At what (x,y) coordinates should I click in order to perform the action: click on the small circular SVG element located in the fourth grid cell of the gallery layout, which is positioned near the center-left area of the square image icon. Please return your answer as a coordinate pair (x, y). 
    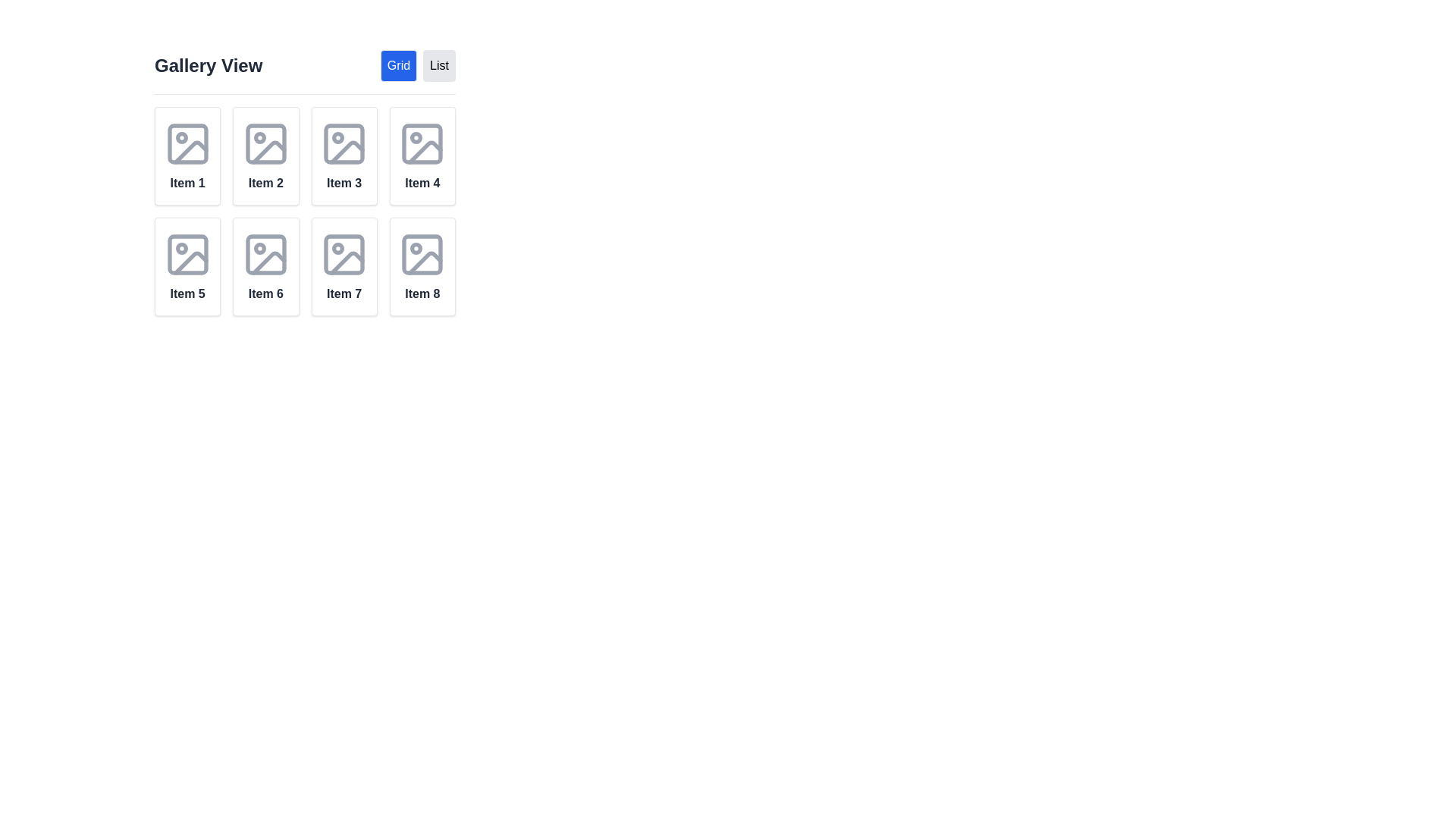
    Looking at the image, I should click on (416, 137).